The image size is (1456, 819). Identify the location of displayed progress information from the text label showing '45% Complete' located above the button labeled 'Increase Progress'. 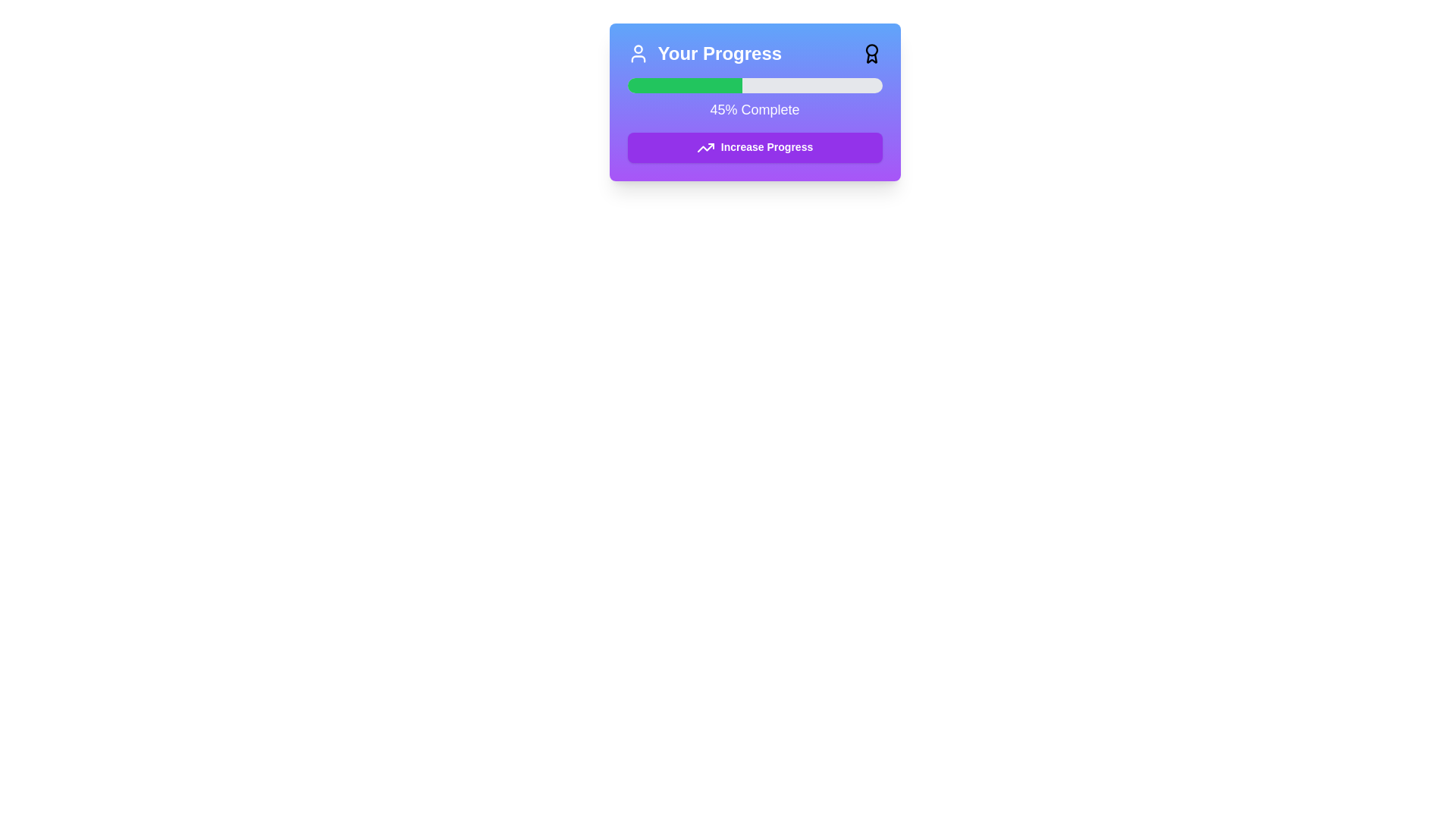
(755, 109).